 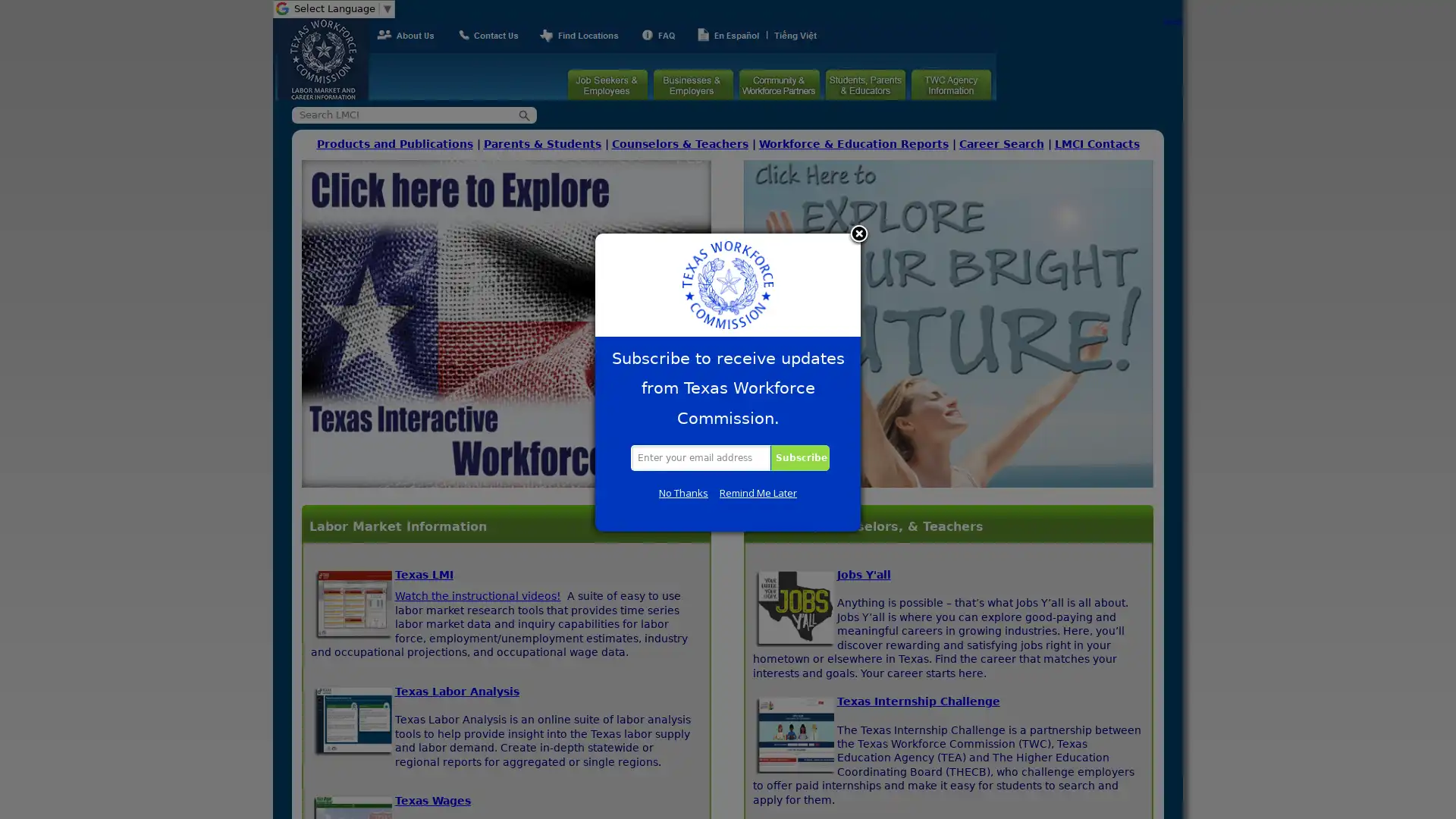 I want to click on No Thanks, so click(x=682, y=493).